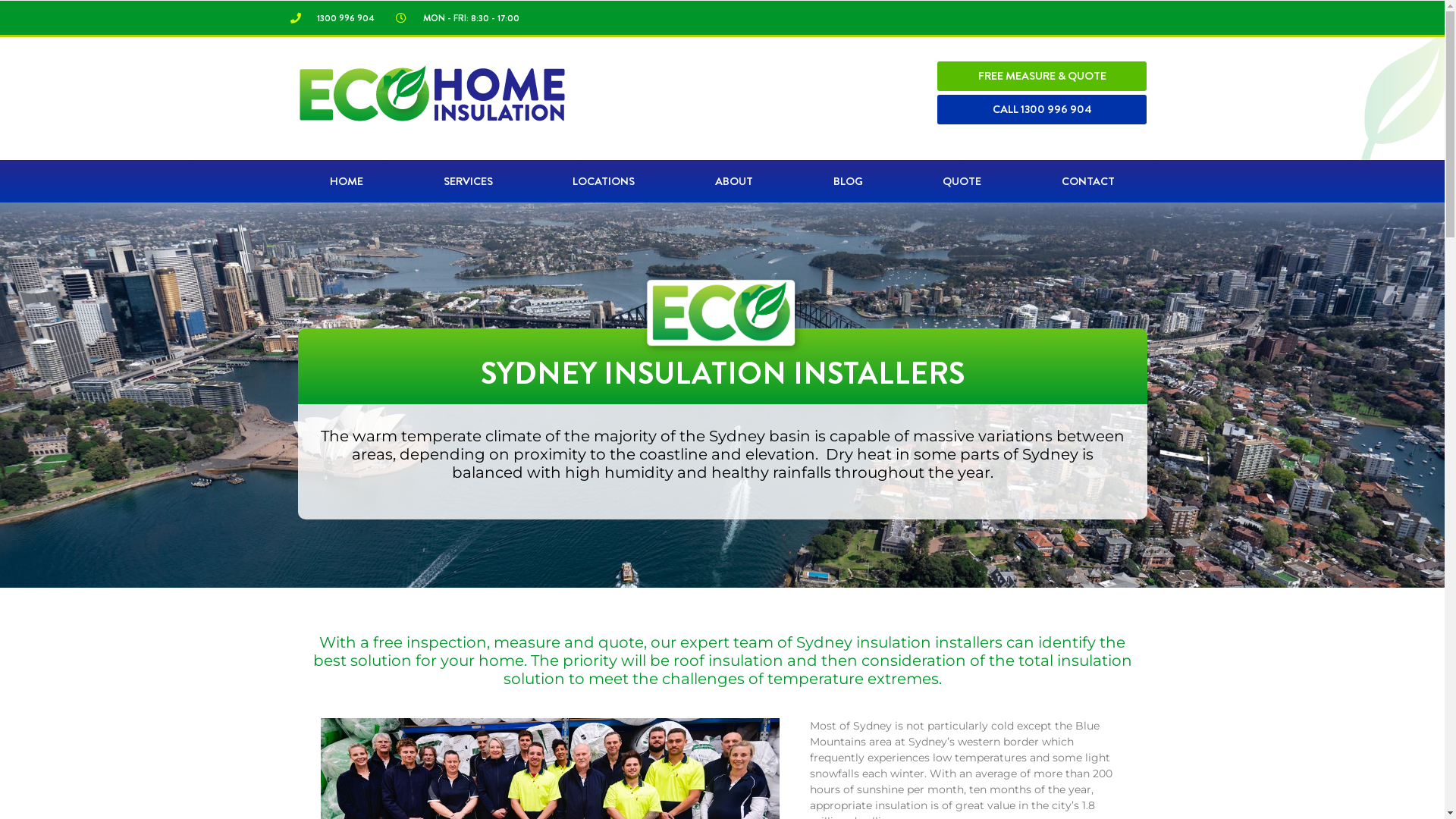  What do you see at coordinates (734, 180) in the screenshot?
I see `'ABOUT'` at bounding box center [734, 180].